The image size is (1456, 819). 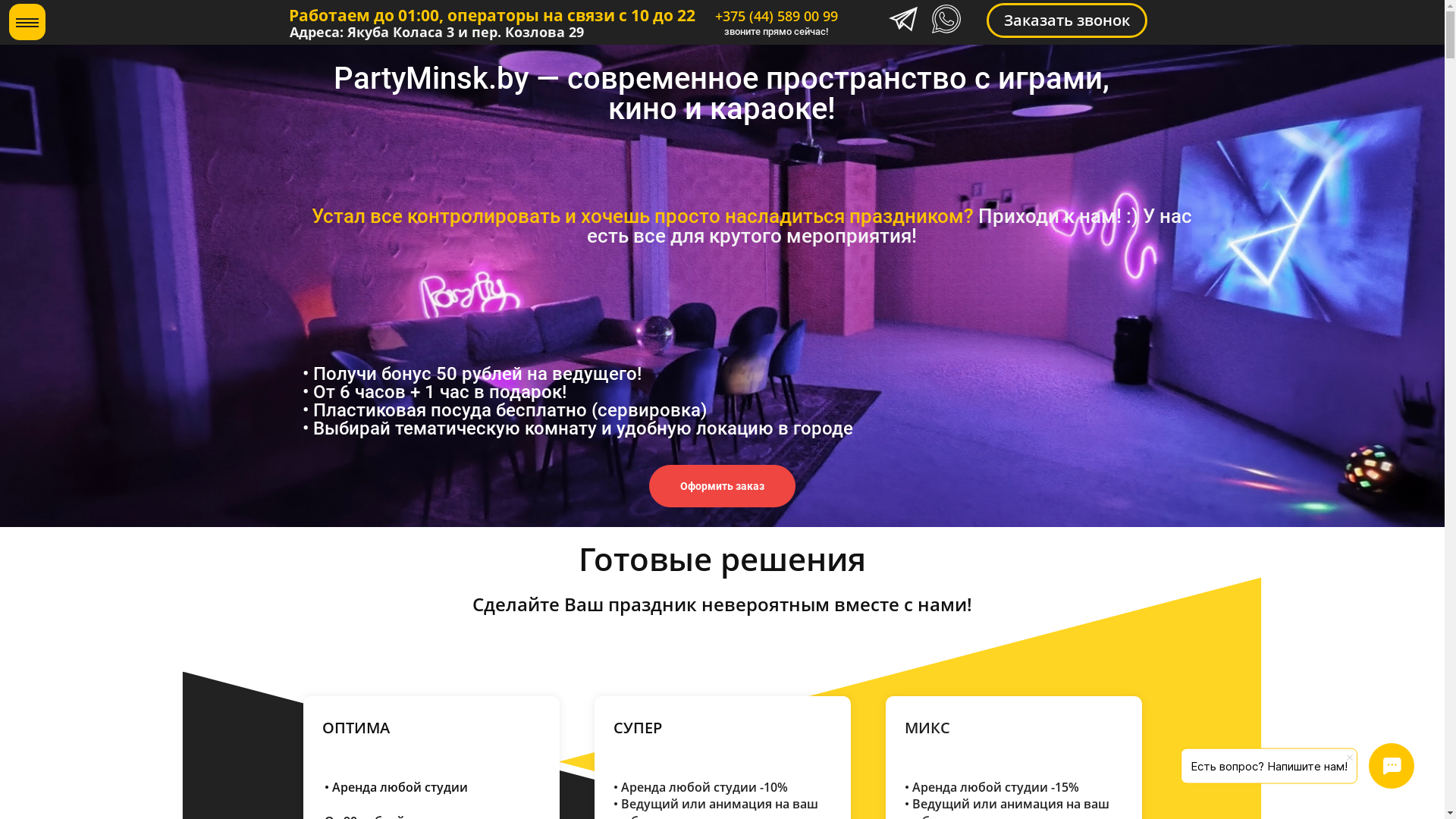 What do you see at coordinates (749, 15) in the screenshot?
I see `'+375 (44) 5'` at bounding box center [749, 15].